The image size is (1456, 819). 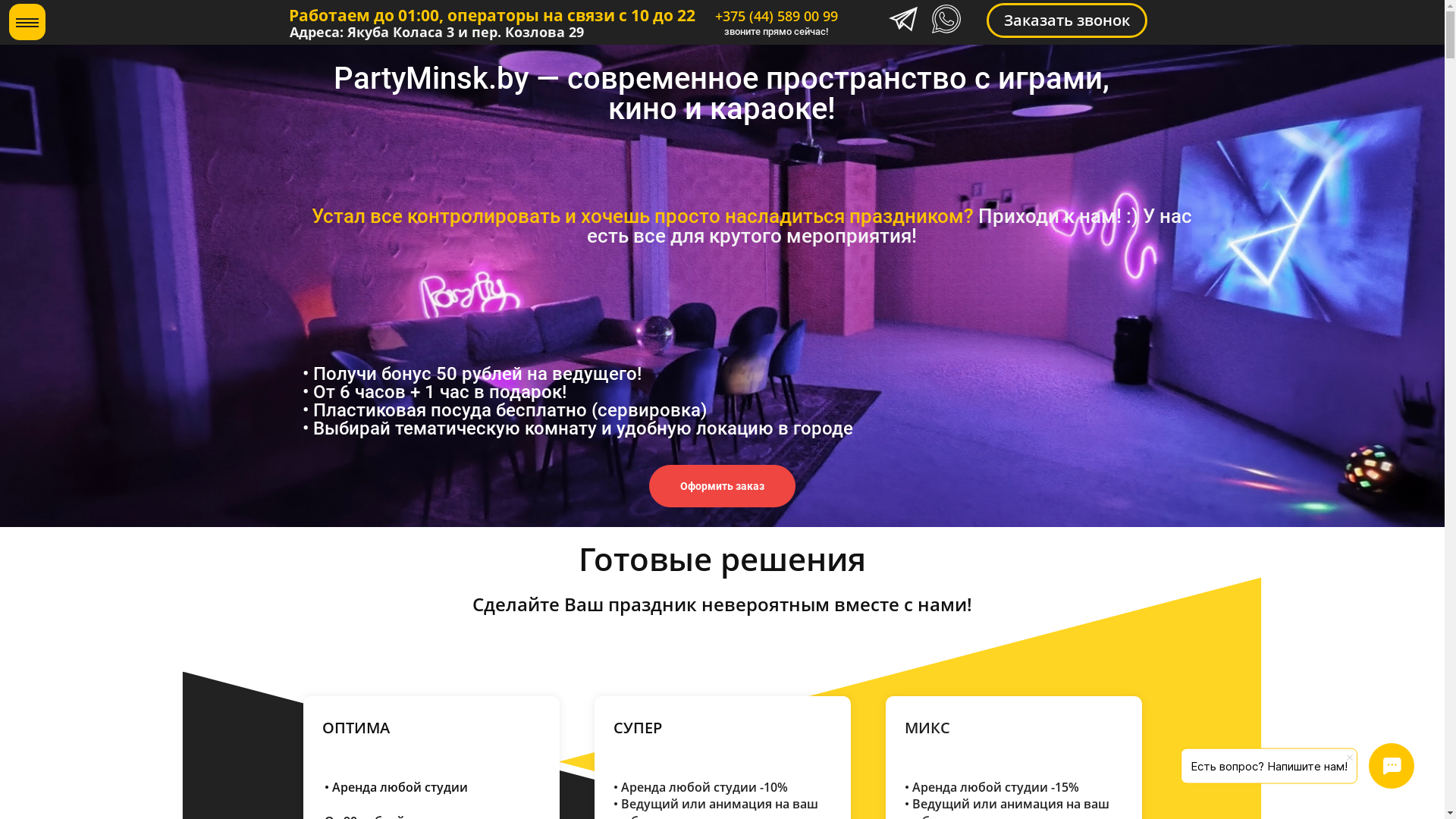 What do you see at coordinates (749, 15) in the screenshot?
I see `'+375 (44) 5'` at bounding box center [749, 15].